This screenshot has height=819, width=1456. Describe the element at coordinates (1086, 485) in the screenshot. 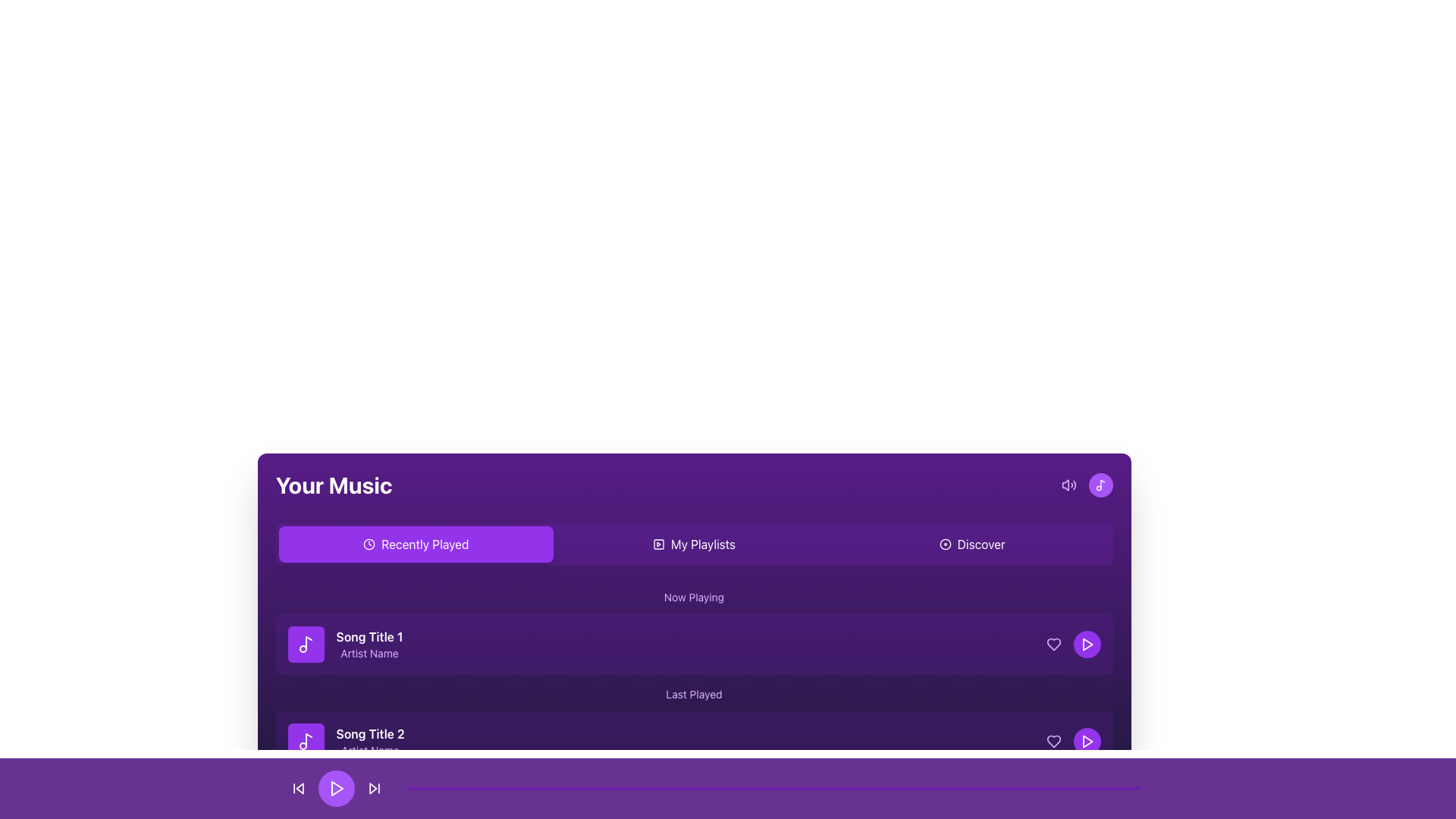

I see `the circular purple button with a white musical note icon located at the top-right corner of the 'Your Music' section` at that location.